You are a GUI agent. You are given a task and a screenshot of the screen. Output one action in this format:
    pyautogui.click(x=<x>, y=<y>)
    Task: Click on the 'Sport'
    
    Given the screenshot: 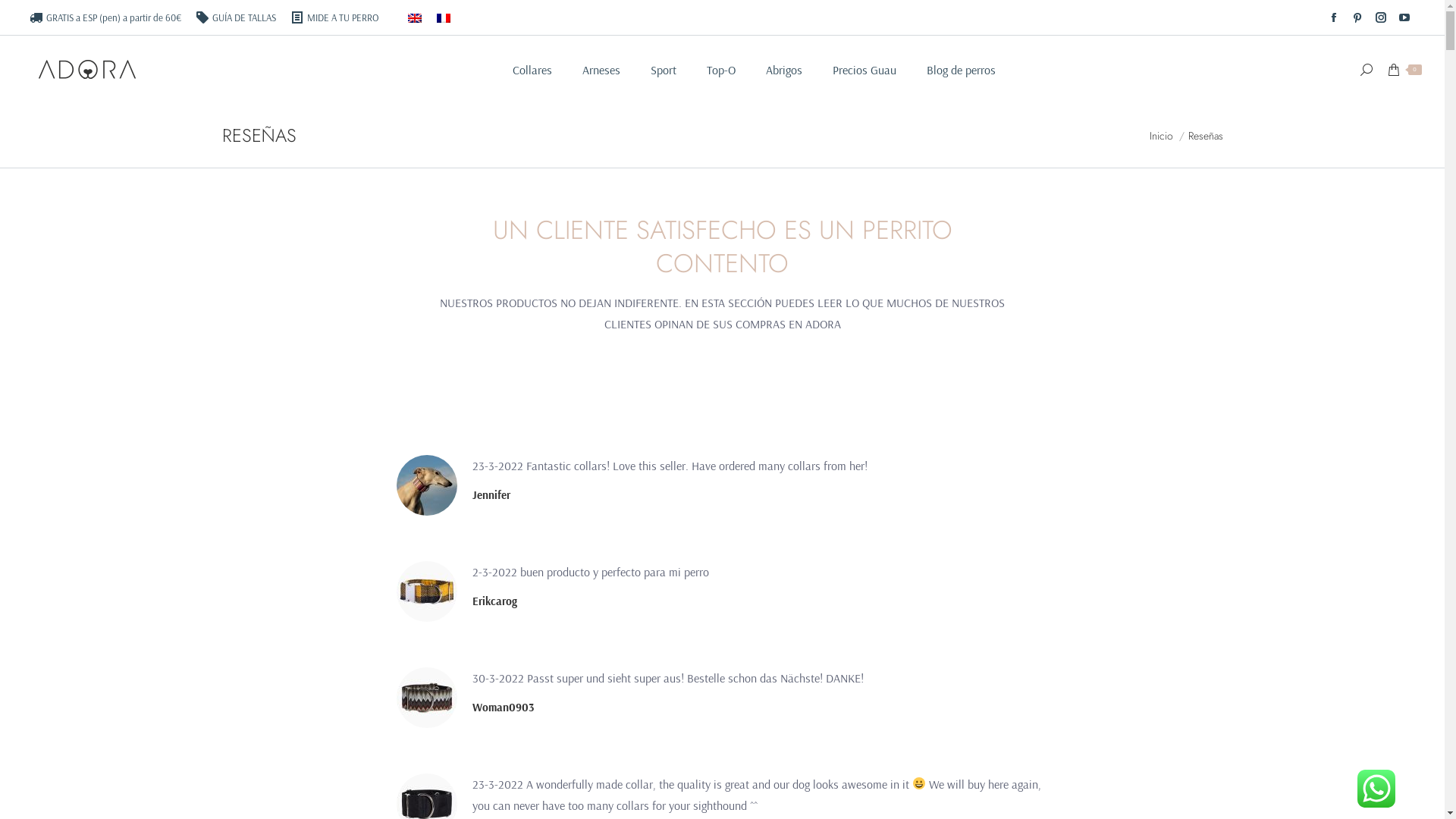 What is the action you would take?
    pyautogui.click(x=663, y=70)
    